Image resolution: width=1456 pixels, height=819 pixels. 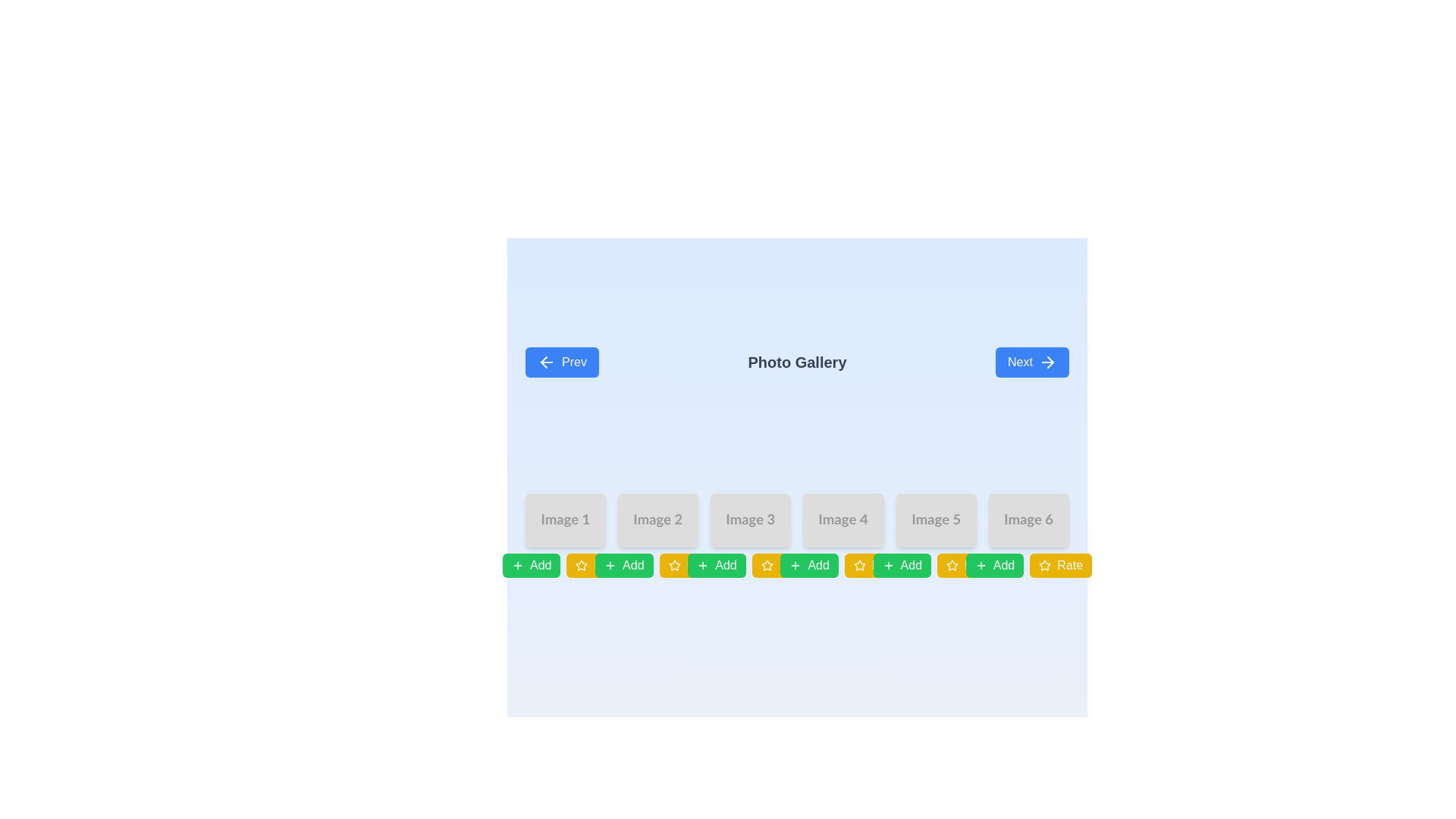 What do you see at coordinates (561, 362) in the screenshot?
I see `the blue 'Prev' button with a left arrow icon` at bounding box center [561, 362].